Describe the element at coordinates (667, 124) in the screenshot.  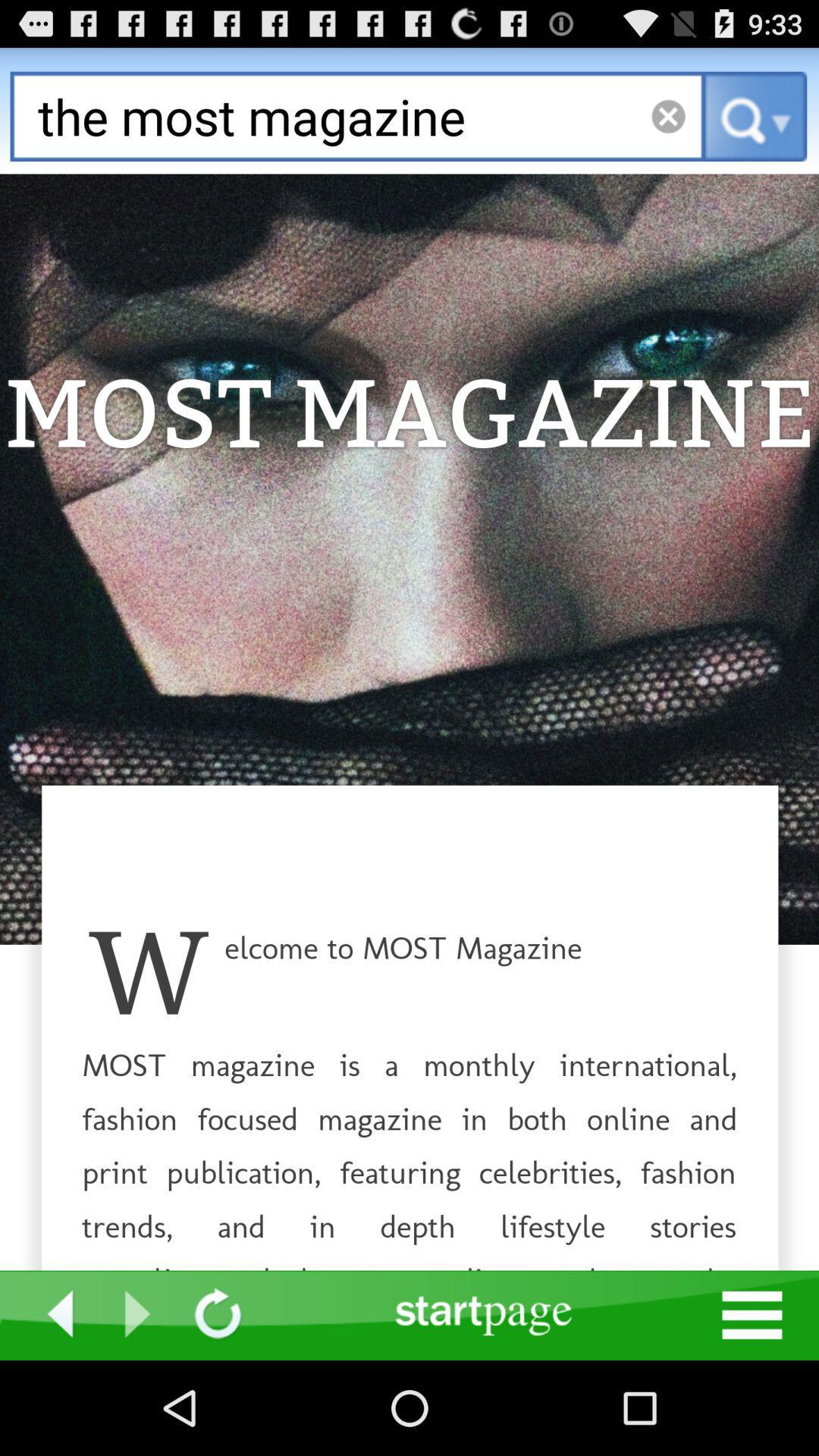
I see `the close icon` at that location.